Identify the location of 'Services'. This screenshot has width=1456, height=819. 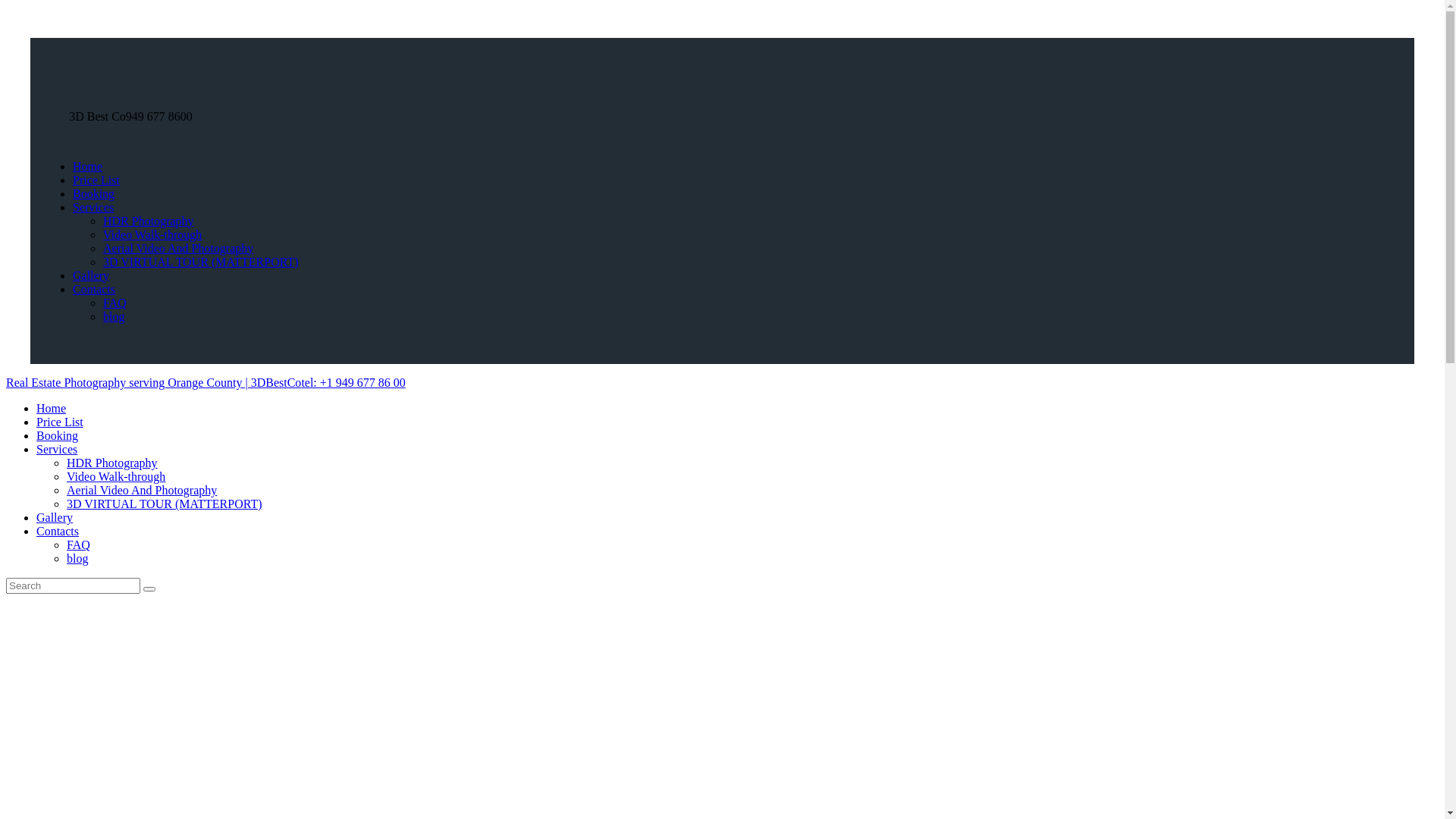
(36, 448).